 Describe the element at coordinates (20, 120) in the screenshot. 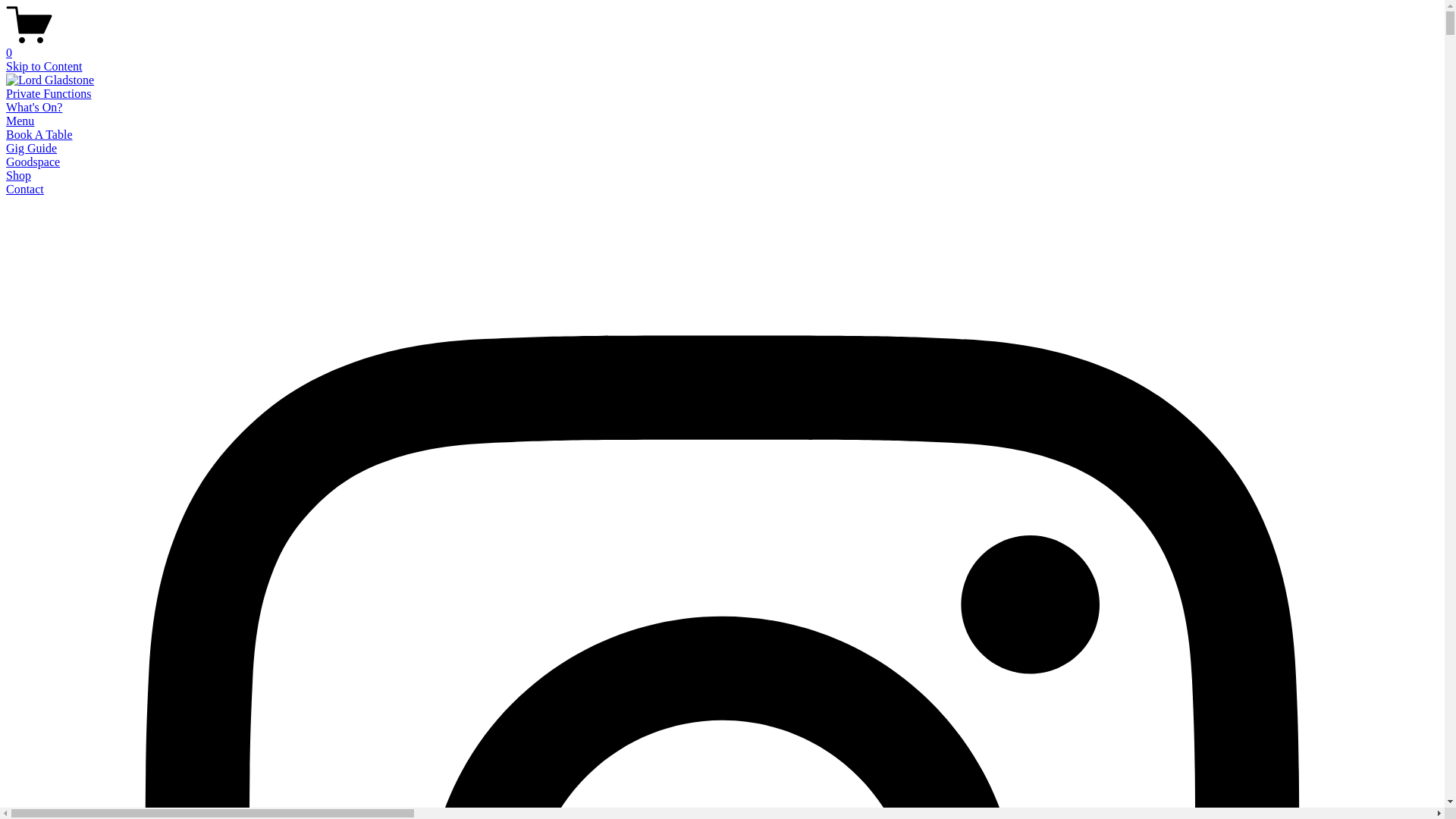

I see `'Menu'` at that location.